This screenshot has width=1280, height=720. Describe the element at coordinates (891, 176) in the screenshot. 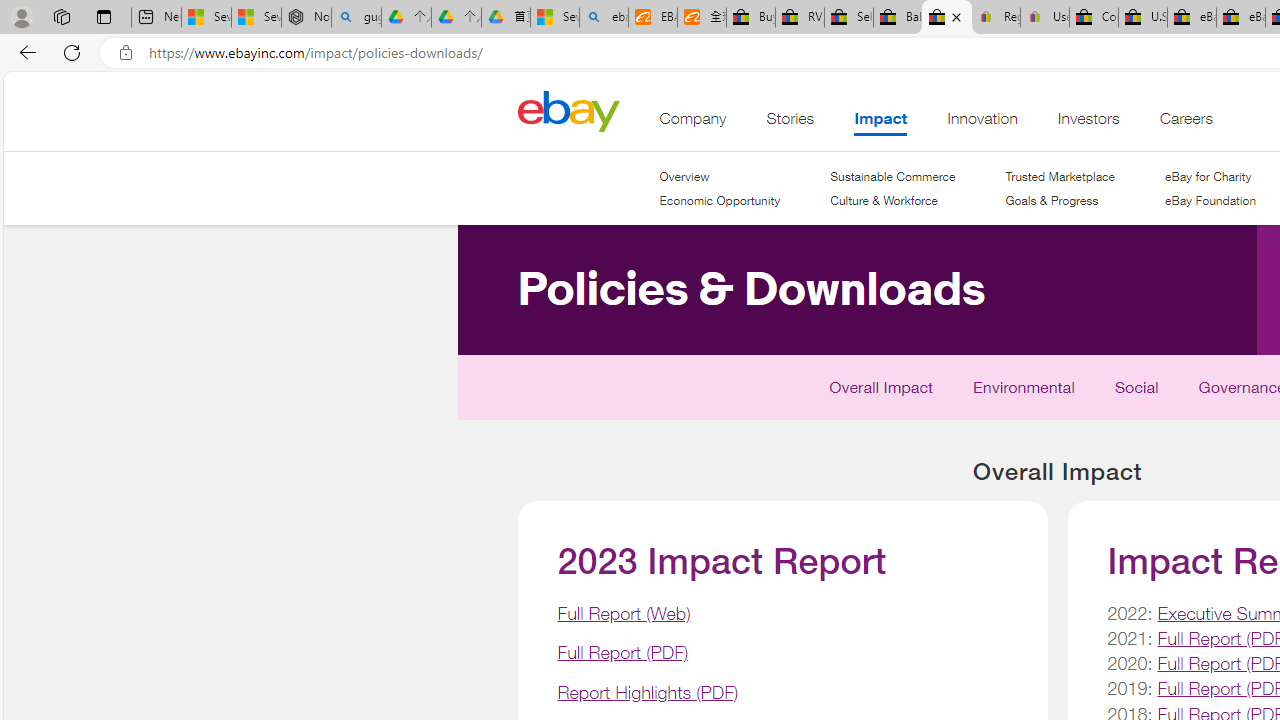

I see `'Sustainable Commerce'` at that location.